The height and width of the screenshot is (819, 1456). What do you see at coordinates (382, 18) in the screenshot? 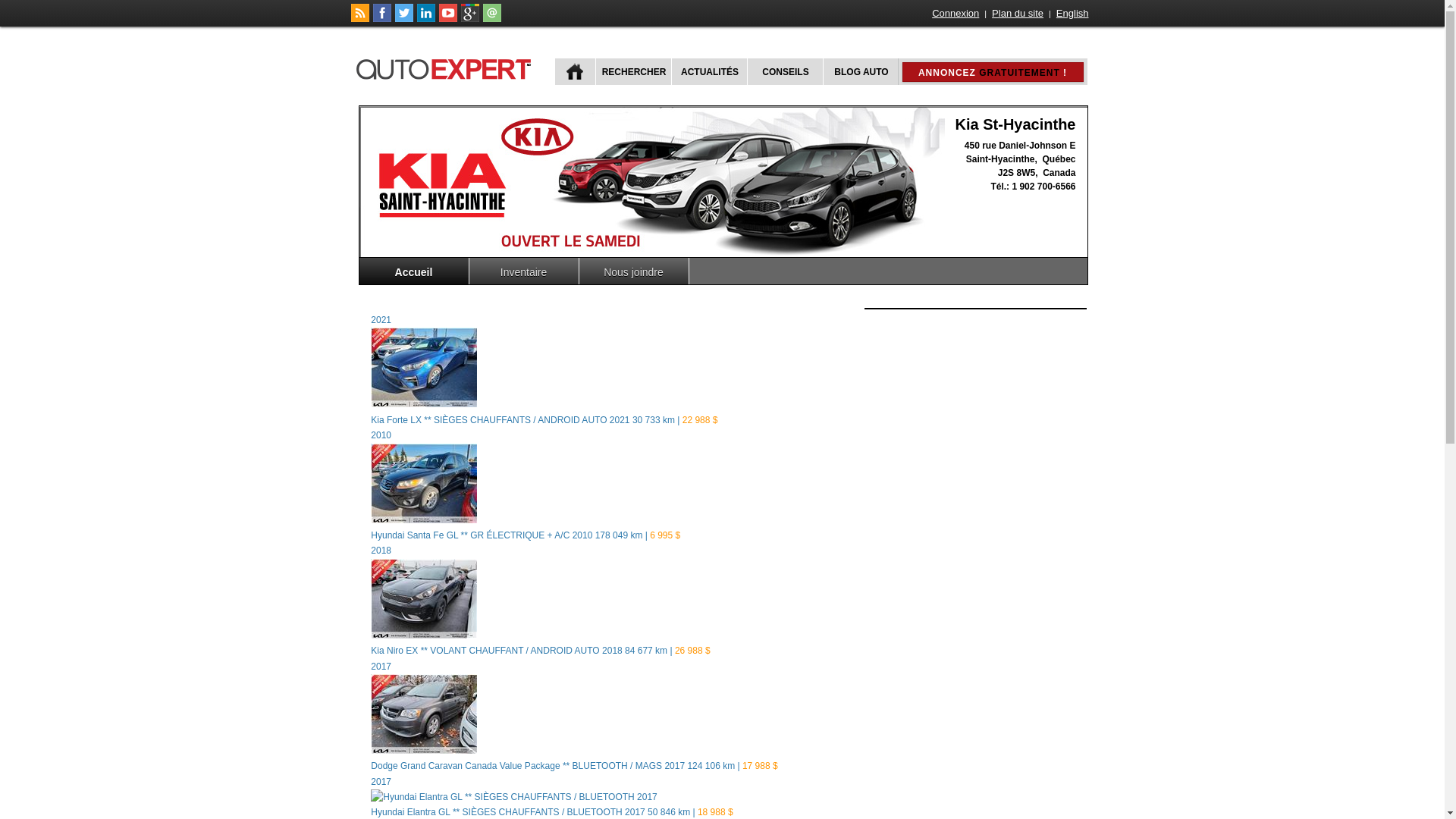
I see `'Suivez autoExpert.ca sur Facebook'` at bounding box center [382, 18].